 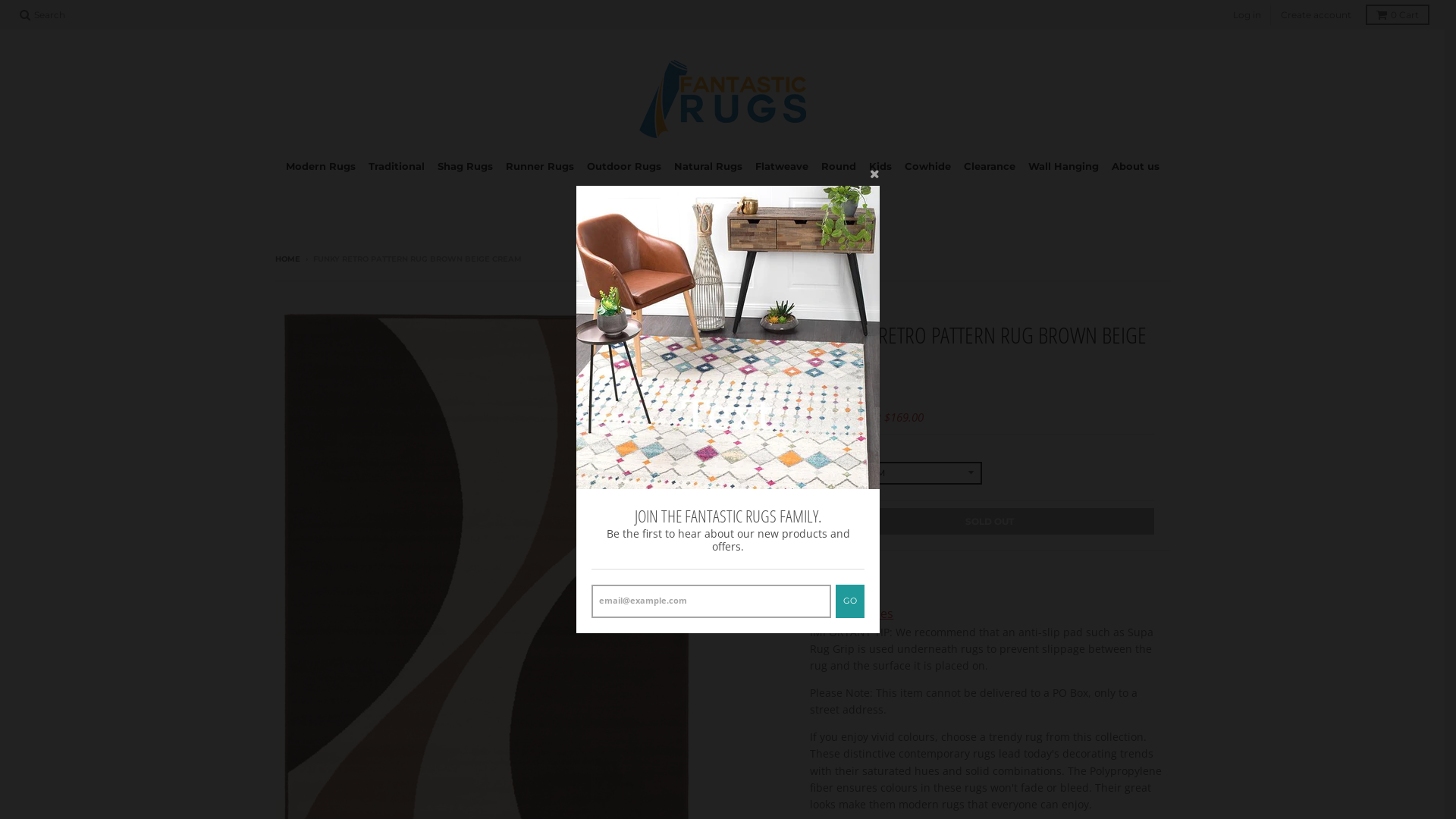 I want to click on 'Modern Rugs', so click(x=319, y=166).